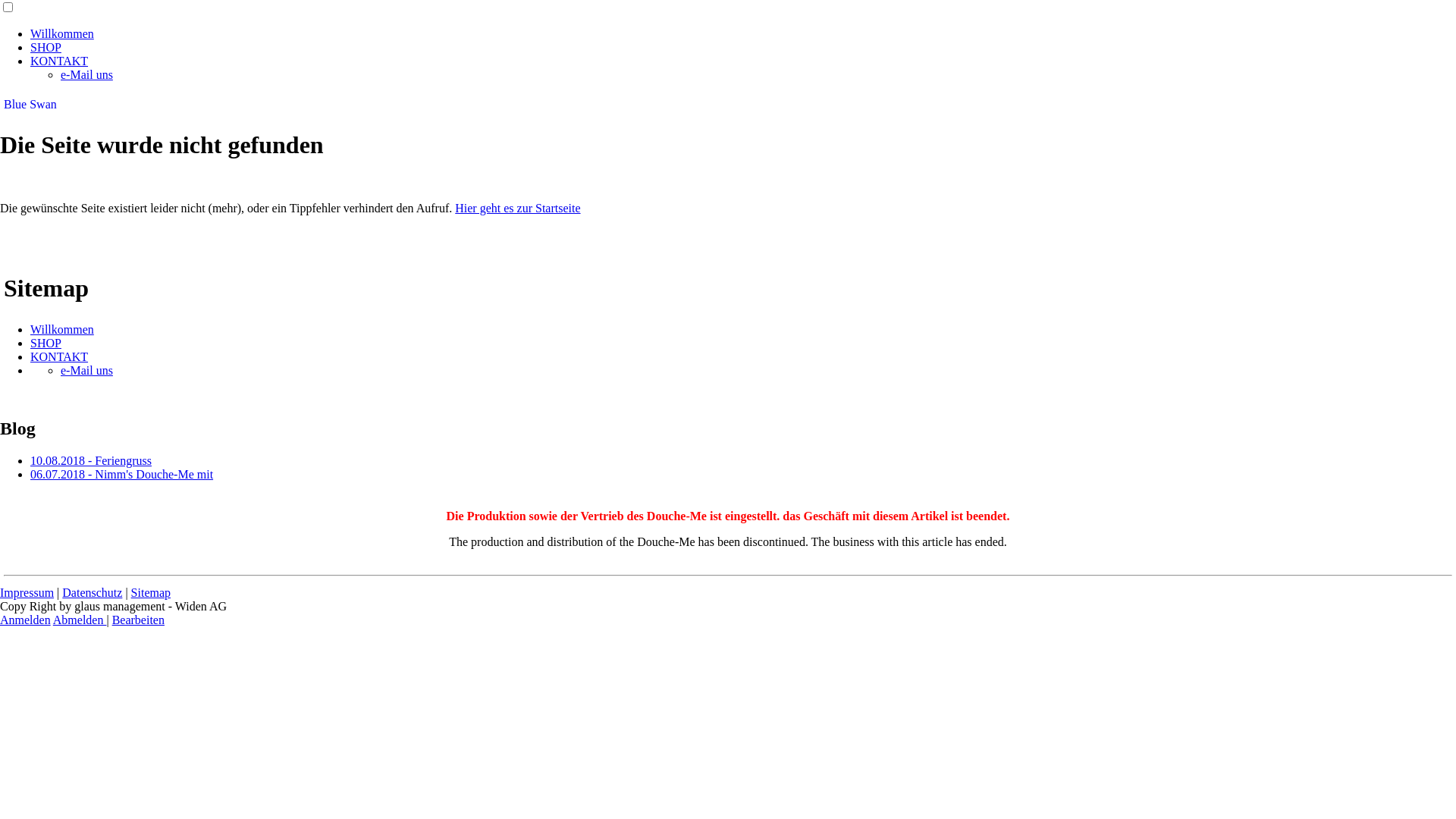  Describe the element at coordinates (150, 591) in the screenshot. I see `'Sitemap'` at that location.